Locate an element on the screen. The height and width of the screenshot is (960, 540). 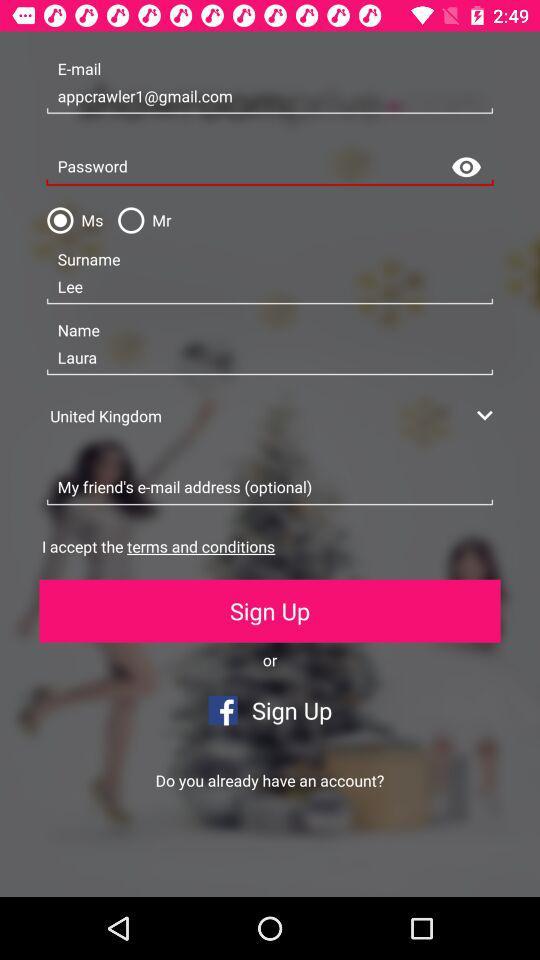
the icon to the left of sign up icon is located at coordinates (135, 864).